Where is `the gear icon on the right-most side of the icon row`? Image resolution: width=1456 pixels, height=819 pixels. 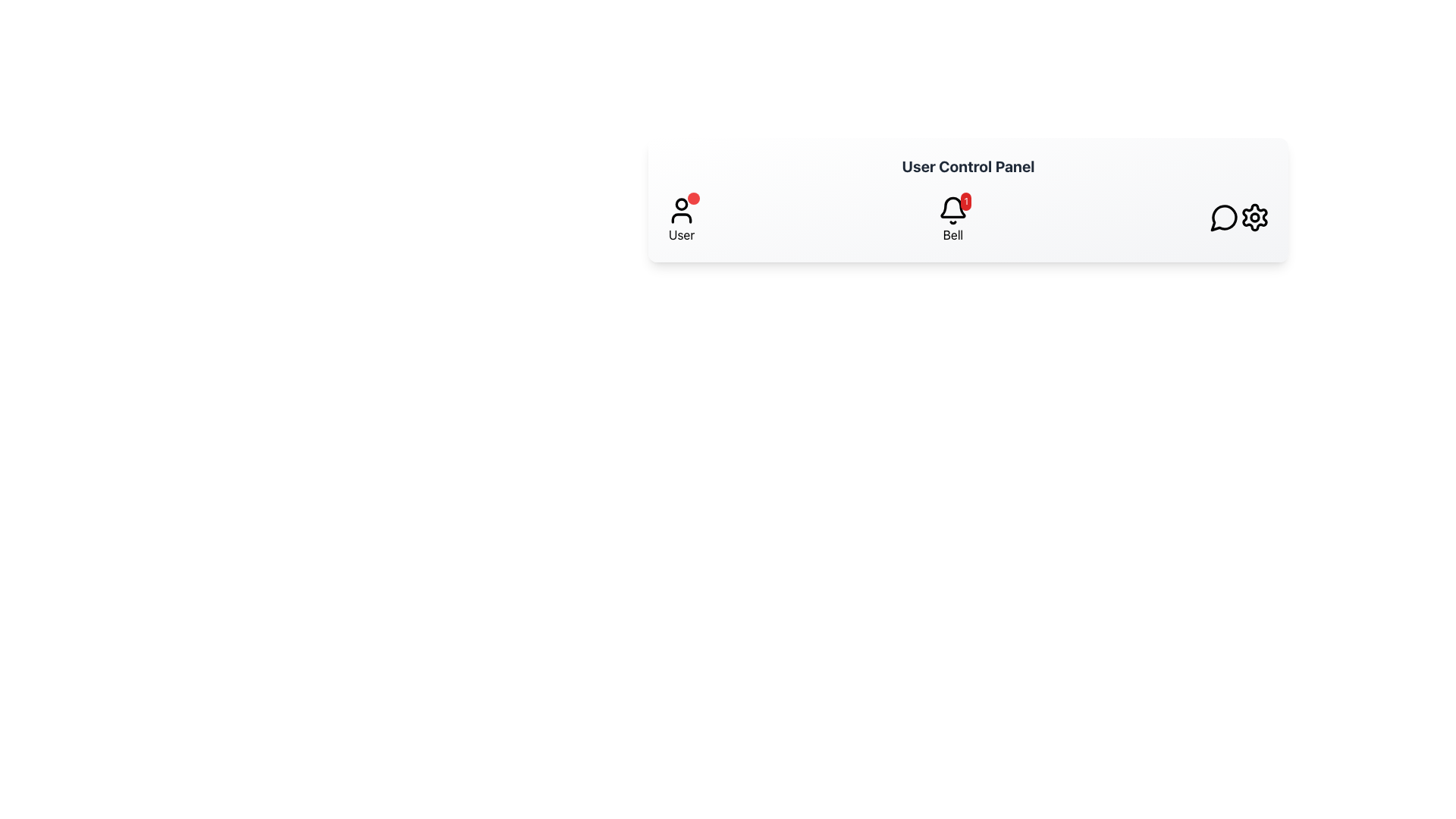
the gear icon on the right-most side of the icon row is located at coordinates (1255, 217).